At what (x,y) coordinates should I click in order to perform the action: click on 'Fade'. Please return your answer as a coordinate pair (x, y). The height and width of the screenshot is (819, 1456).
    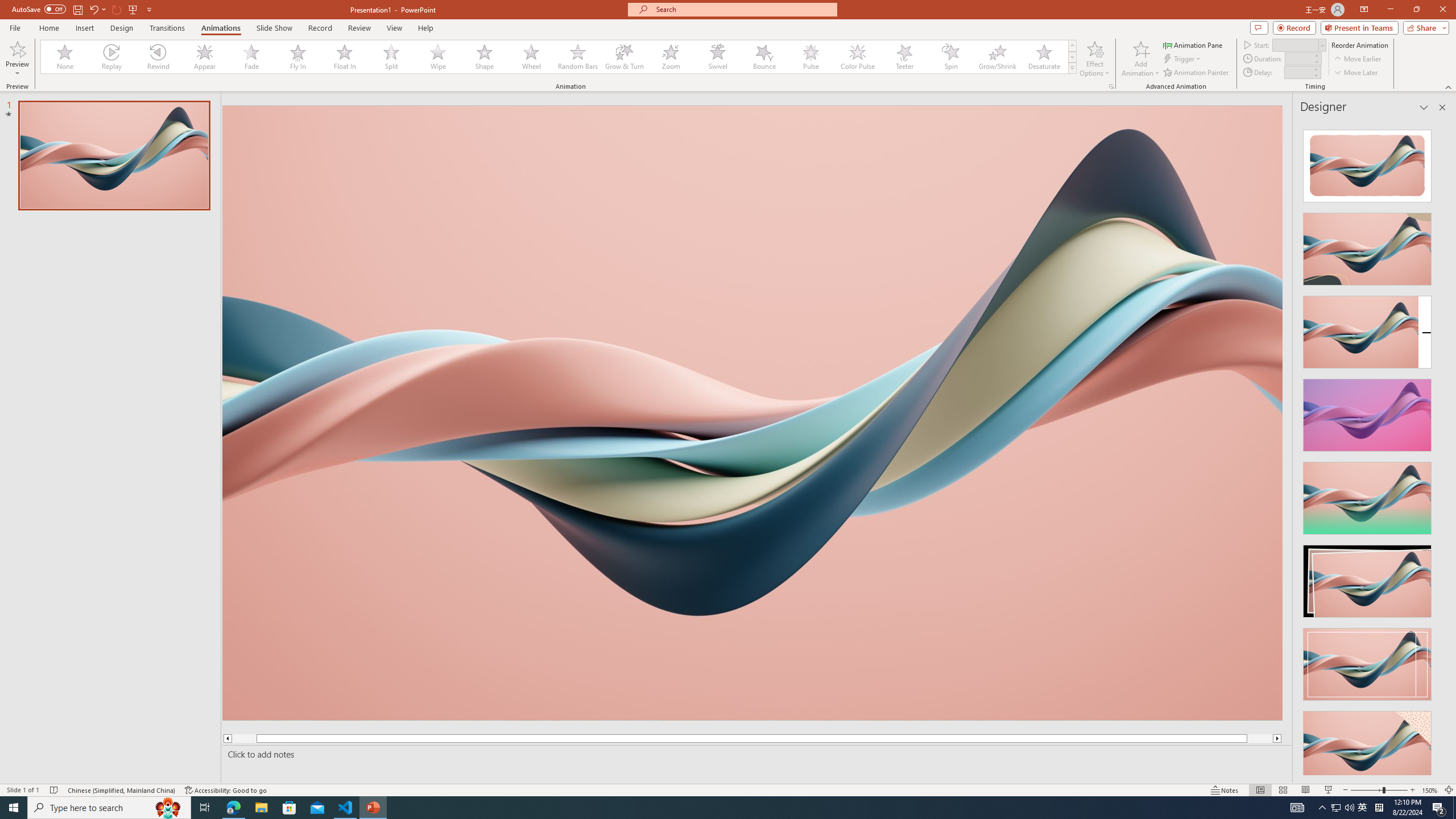
    Looking at the image, I should click on (251, 56).